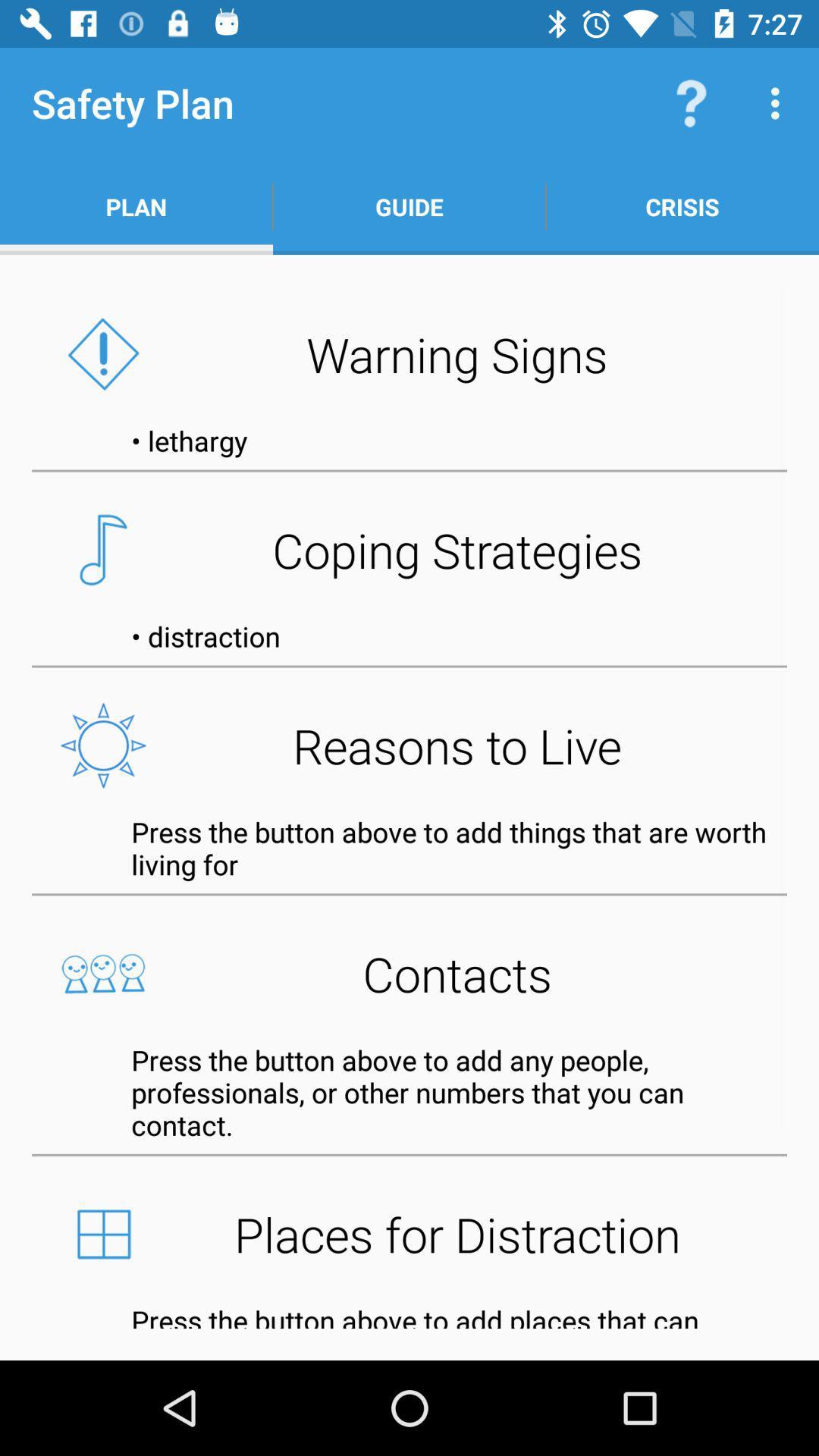  Describe the element at coordinates (409, 353) in the screenshot. I see `the warning signs icon` at that location.